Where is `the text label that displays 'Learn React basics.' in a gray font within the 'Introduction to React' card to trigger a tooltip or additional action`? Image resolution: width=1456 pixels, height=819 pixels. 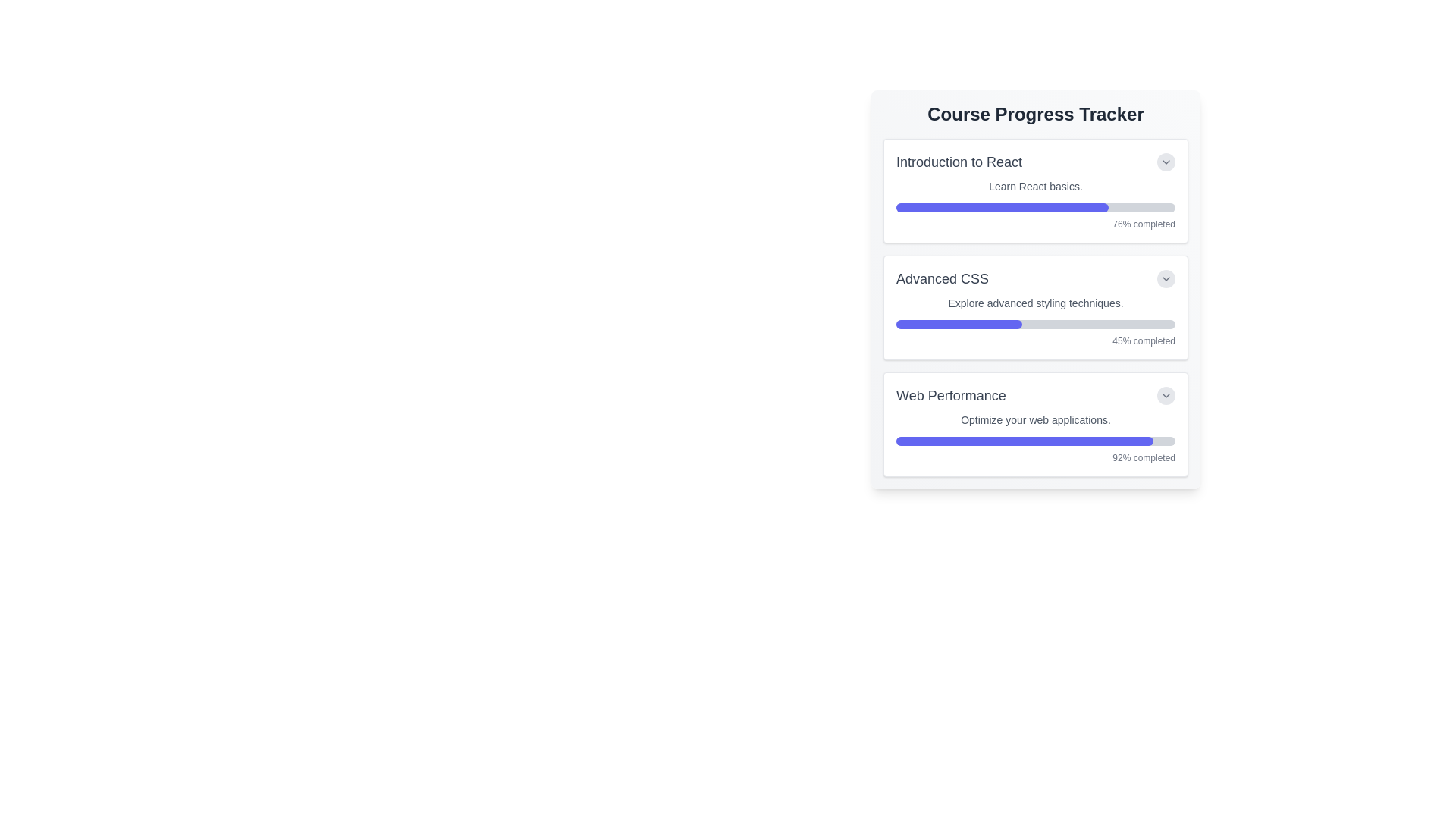 the text label that displays 'Learn React basics.' in a gray font within the 'Introduction to React' card to trigger a tooltip or additional action is located at coordinates (1035, 186).